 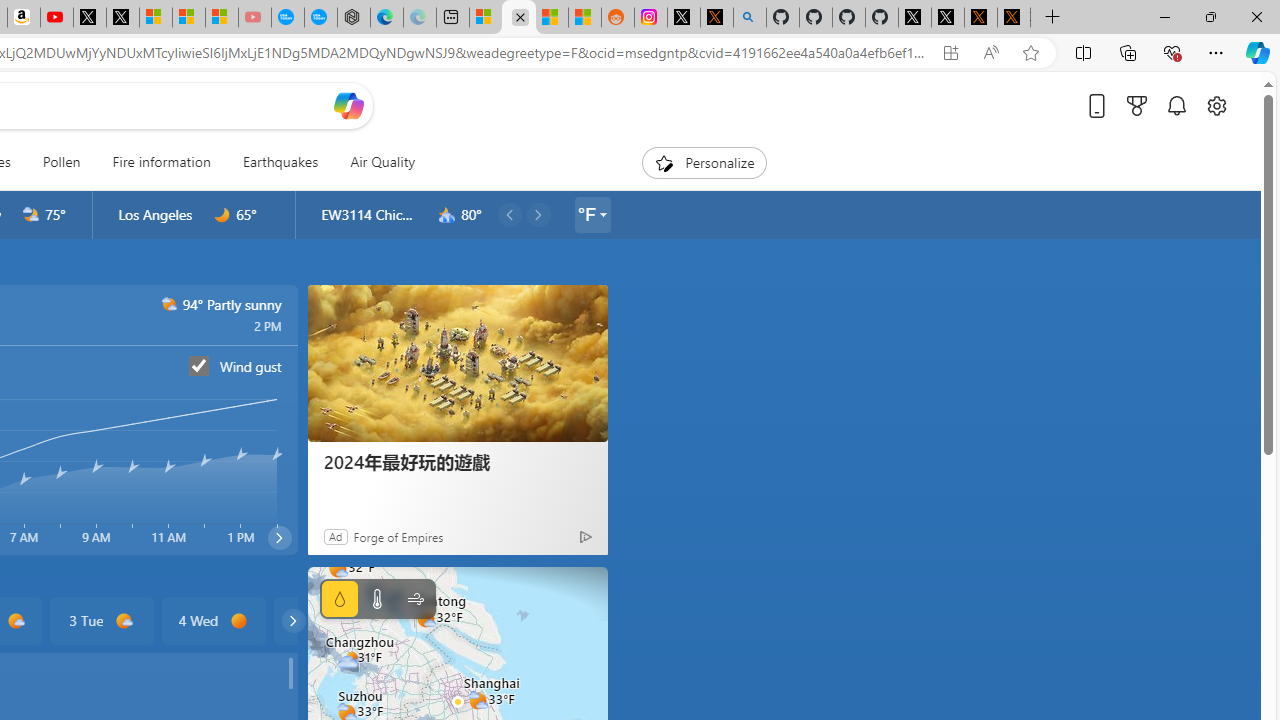 I want to click on 'Temperature', so click(x=376, y=598).